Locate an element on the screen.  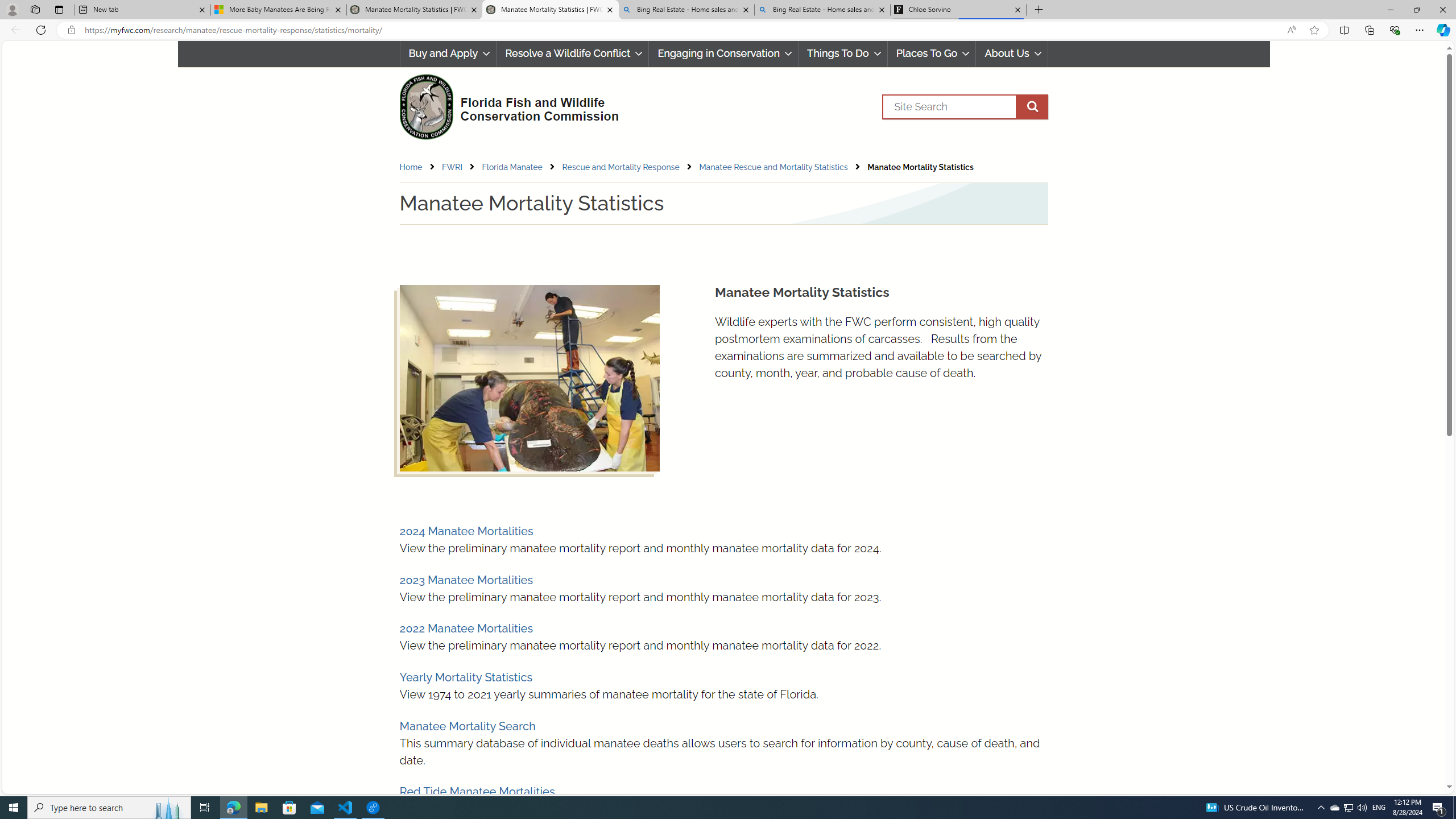
'Manatee Mortality Search' is located at coordinates (466, 725).